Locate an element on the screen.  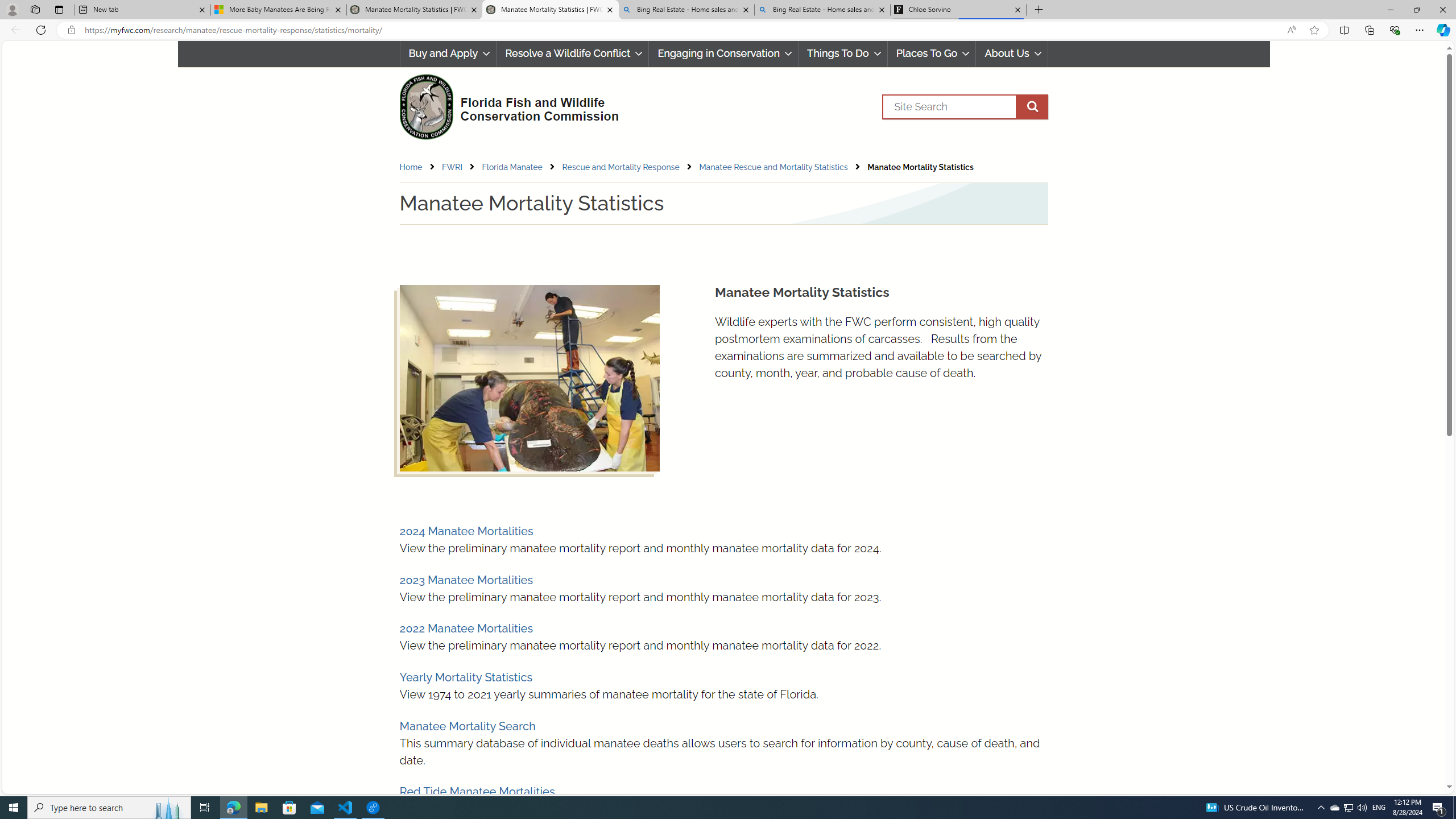
'Manatee Mortality Search' is located at coordinates (466, 725).